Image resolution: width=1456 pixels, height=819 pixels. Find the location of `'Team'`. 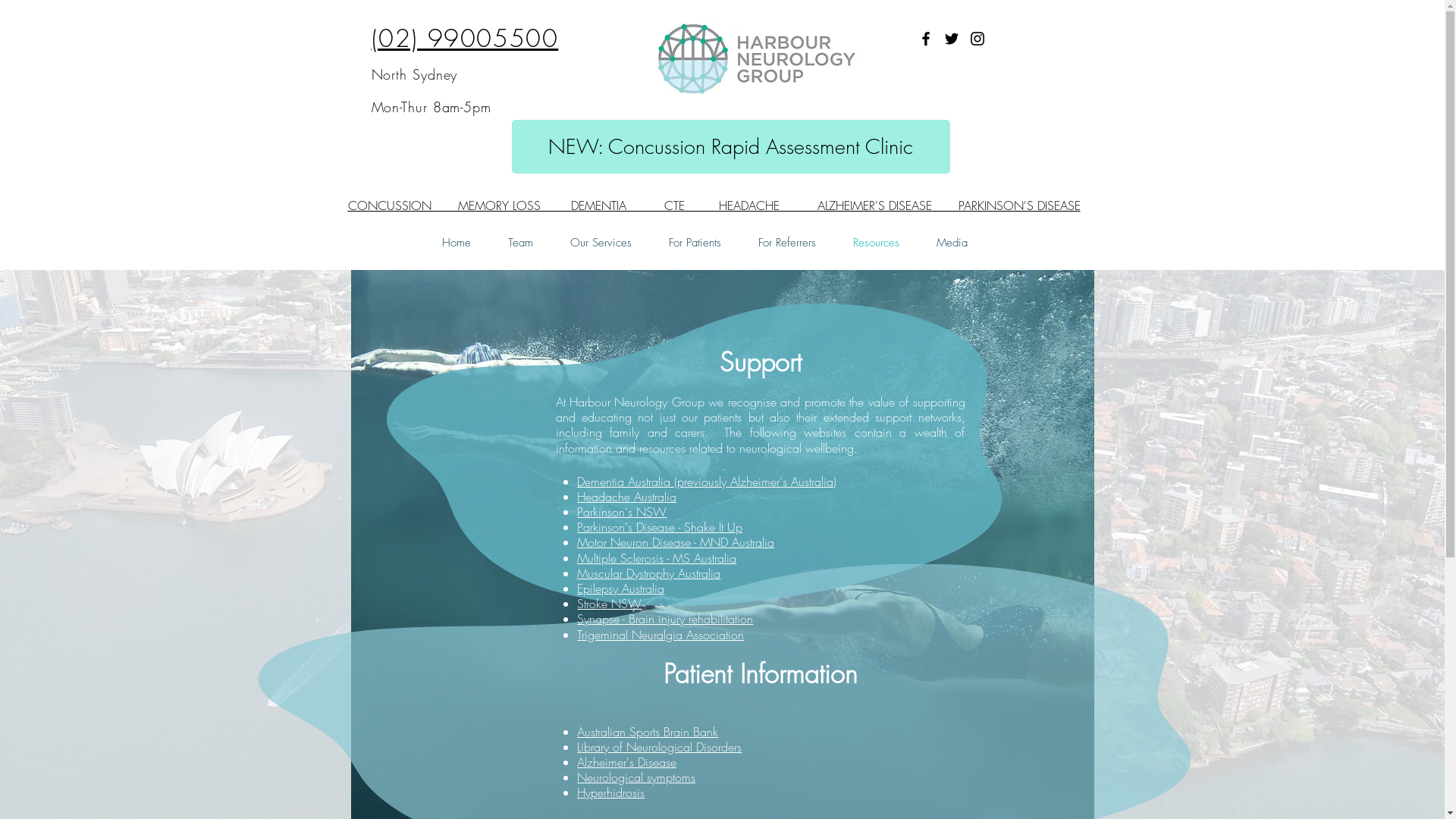

'Team' is located at coordinates (520, 242).